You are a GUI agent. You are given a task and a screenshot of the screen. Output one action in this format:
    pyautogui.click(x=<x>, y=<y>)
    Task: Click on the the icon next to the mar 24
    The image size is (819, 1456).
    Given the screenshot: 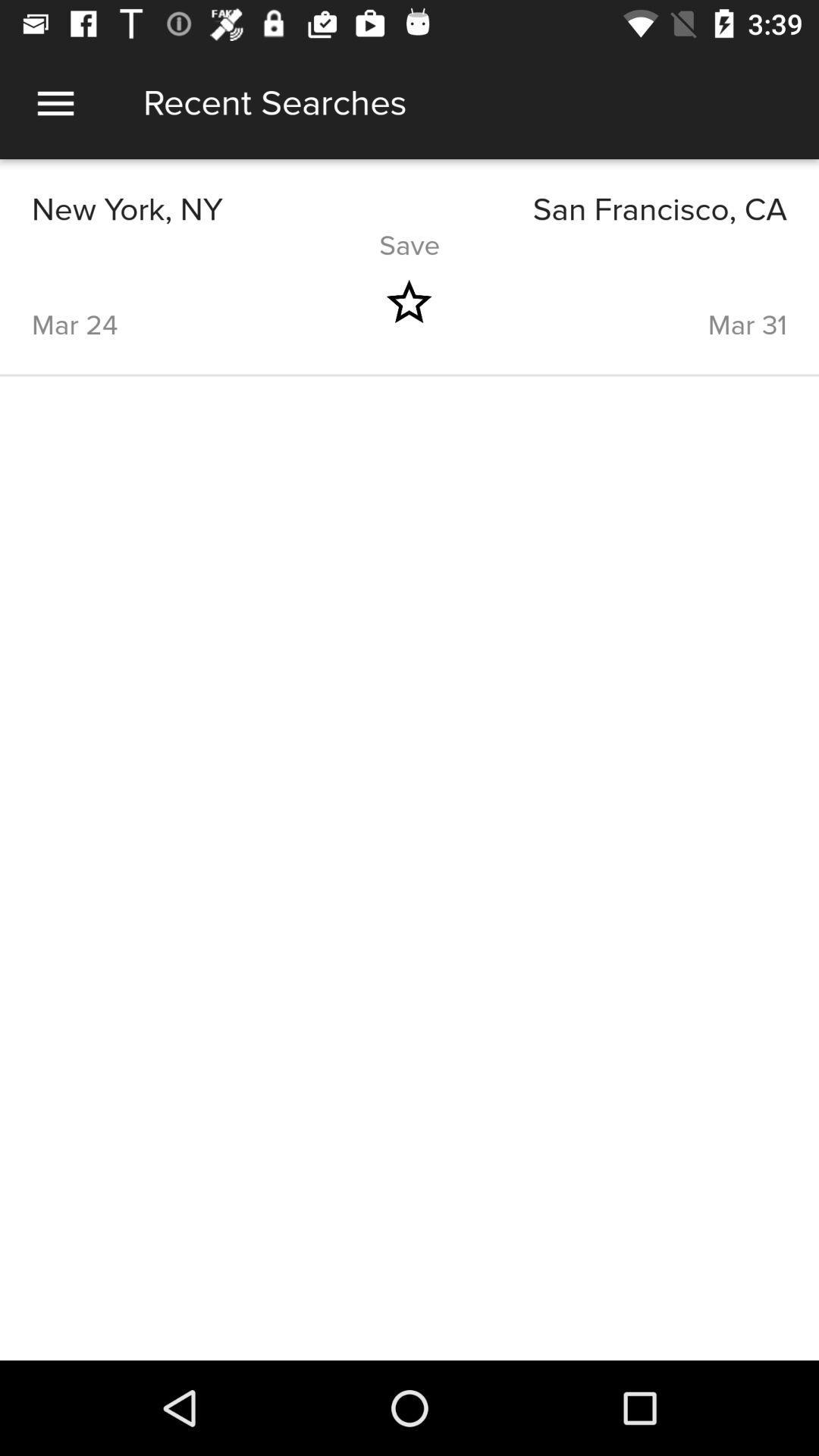 What is the action you would take?
    pyautogui.click(x=408, y=302)
    